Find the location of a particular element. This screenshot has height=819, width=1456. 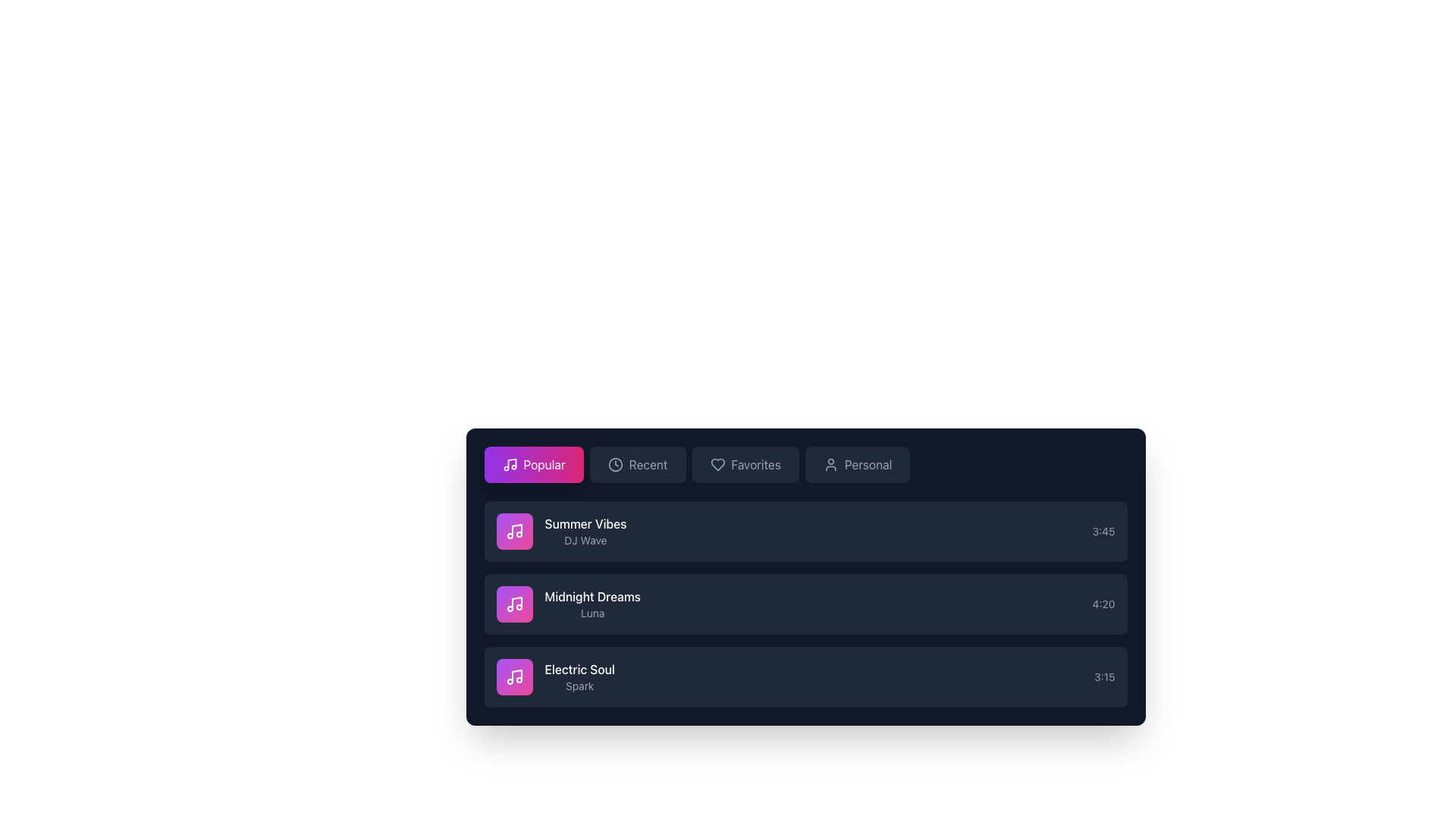

or tab to the music track icon located to the left of the text 'Summer Vibes' in the first row of the list is located at coordinates (514, 531).